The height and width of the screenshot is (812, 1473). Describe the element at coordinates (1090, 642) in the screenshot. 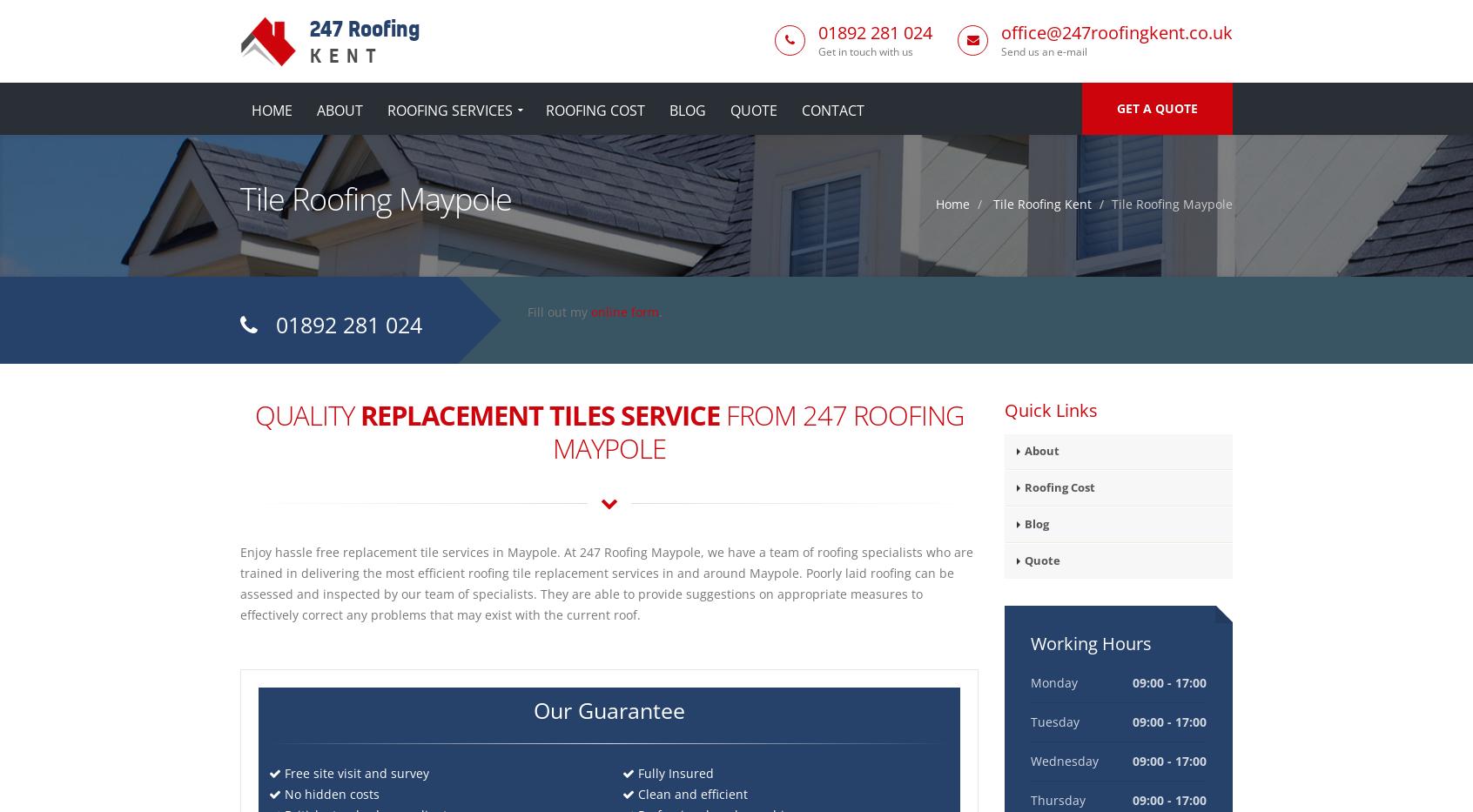

I see `'Working Hours'` at that location.